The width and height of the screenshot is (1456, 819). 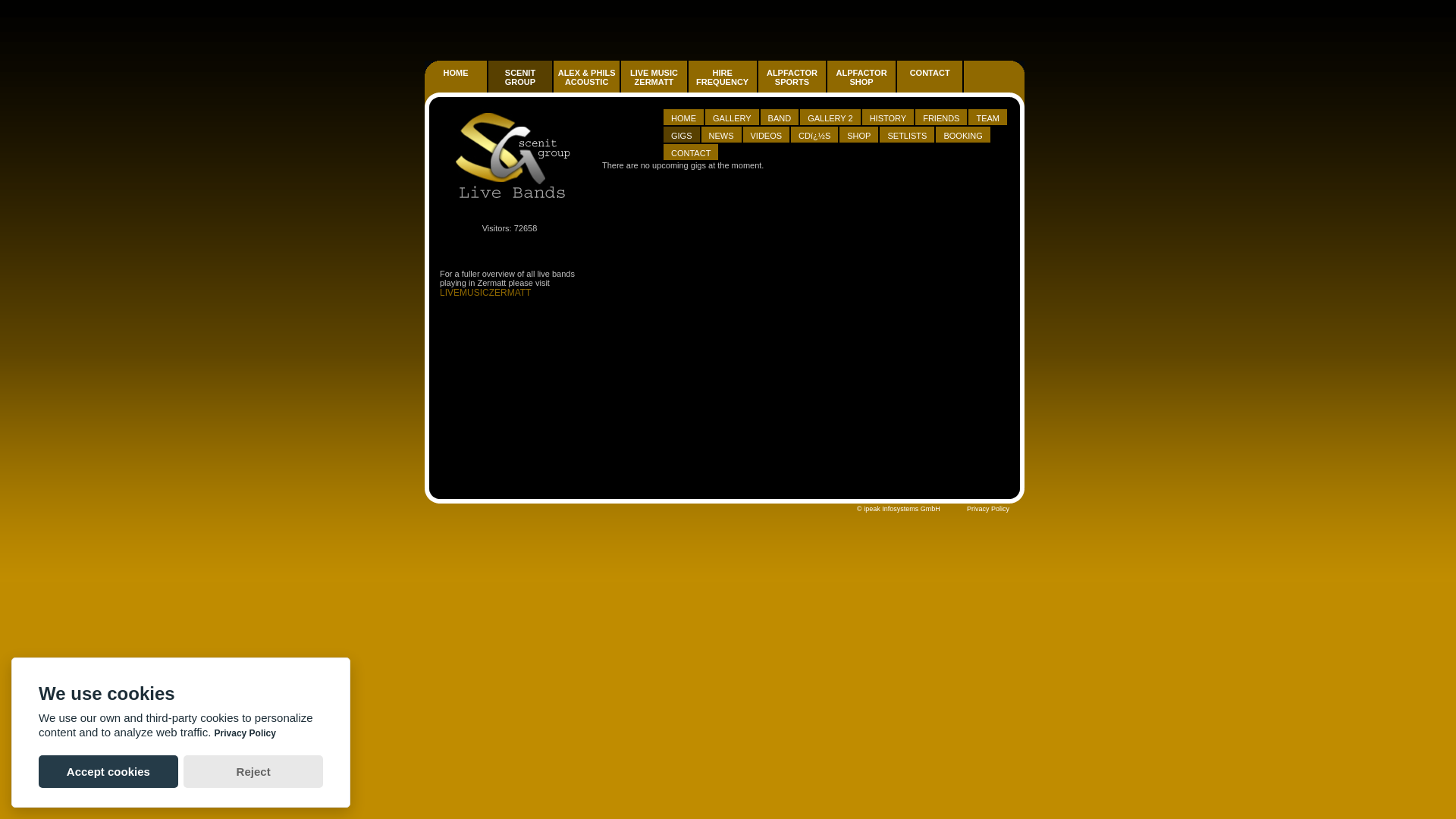 What do you see at coordinates (896, 84) in the screenshot?
I see `'CONTACT'` at bounding box center [896, 84].